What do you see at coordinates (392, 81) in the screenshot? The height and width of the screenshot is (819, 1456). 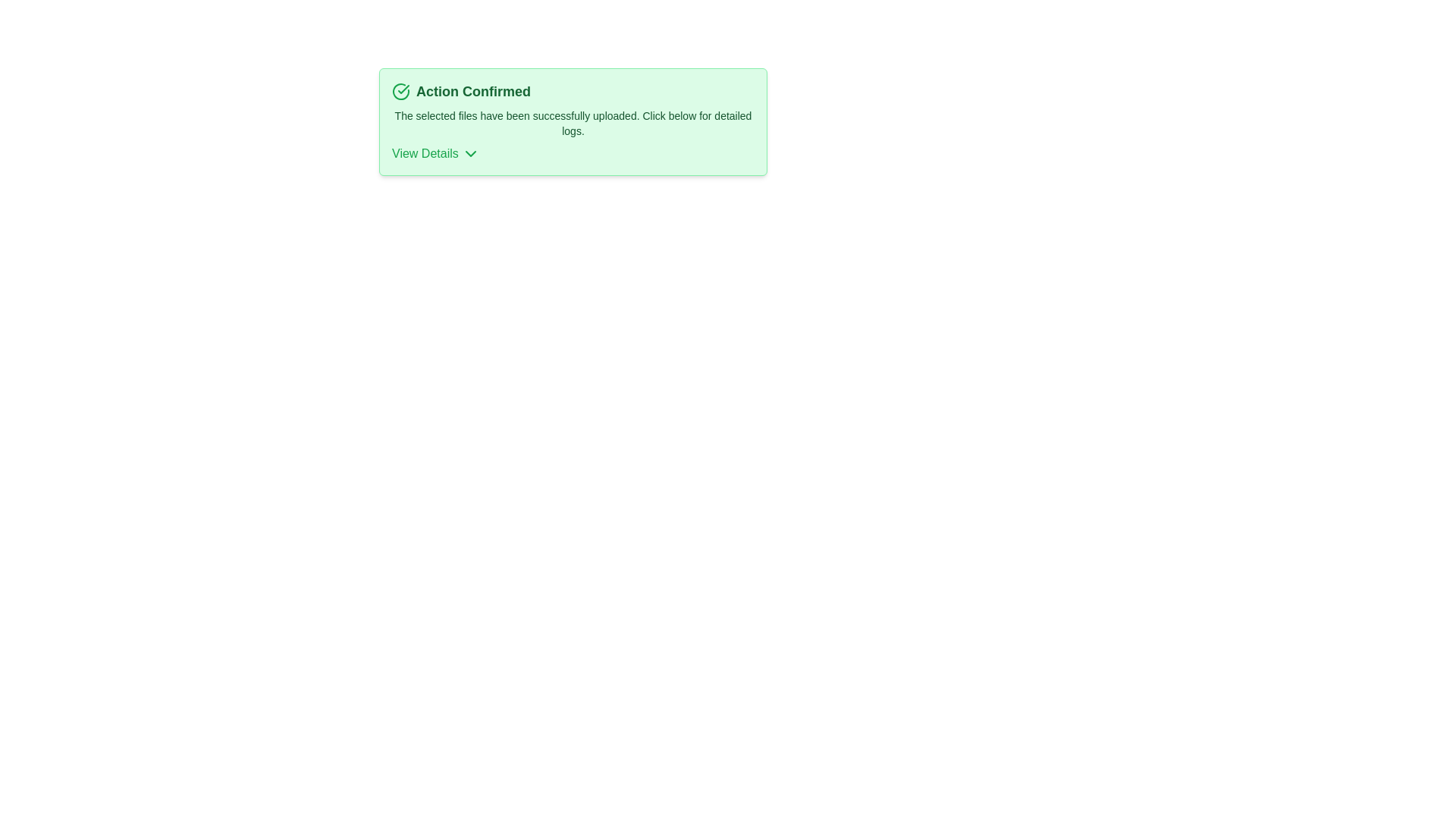 I see `the text 'Action Confirmed' by dragging over it` at bounding box center [392, 81].